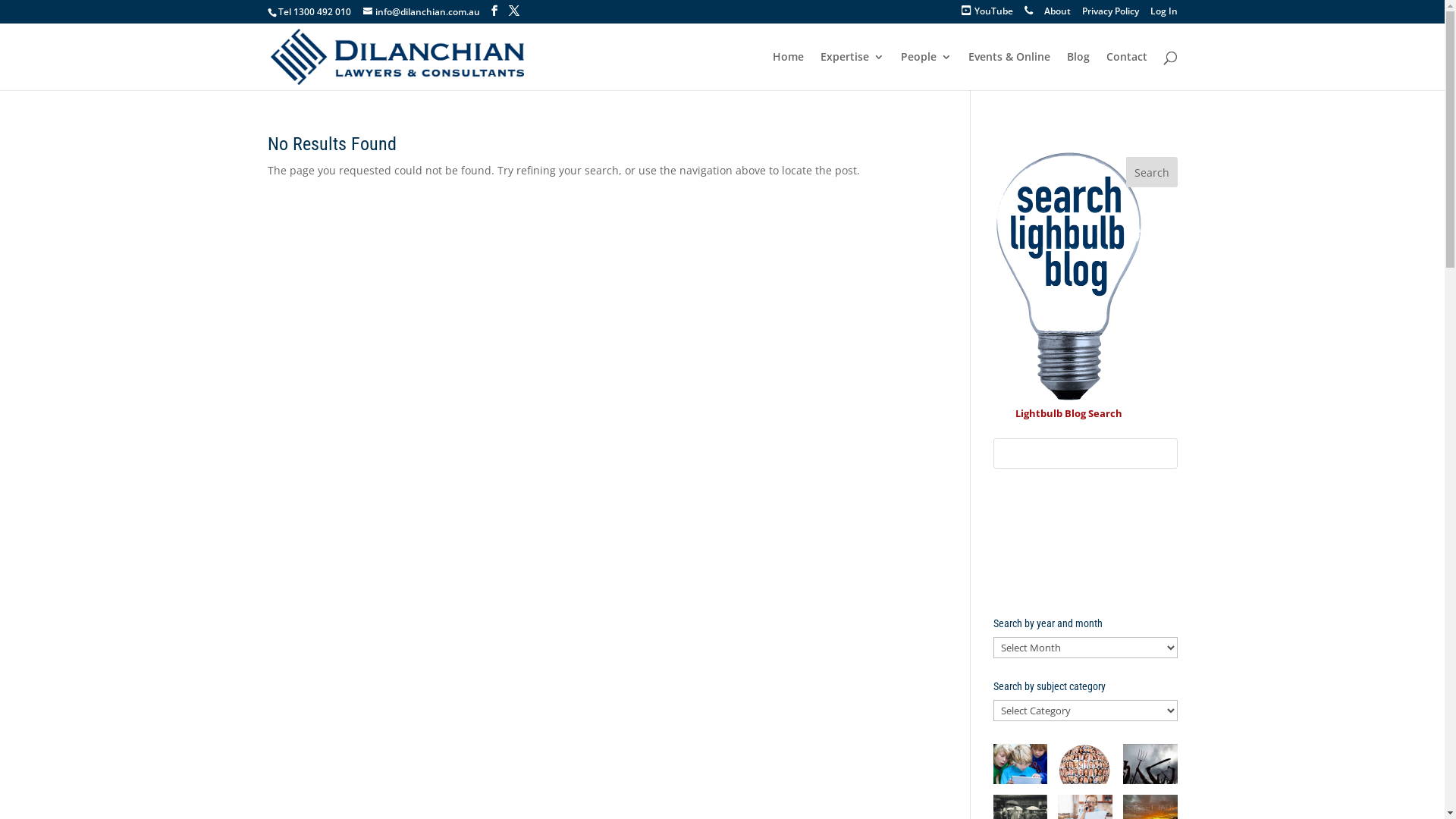 The height and width of the screenshot is (819, 1456). Describe the element at coordinates (787, 71) in the screenshot. I see `'Home'` at that location.